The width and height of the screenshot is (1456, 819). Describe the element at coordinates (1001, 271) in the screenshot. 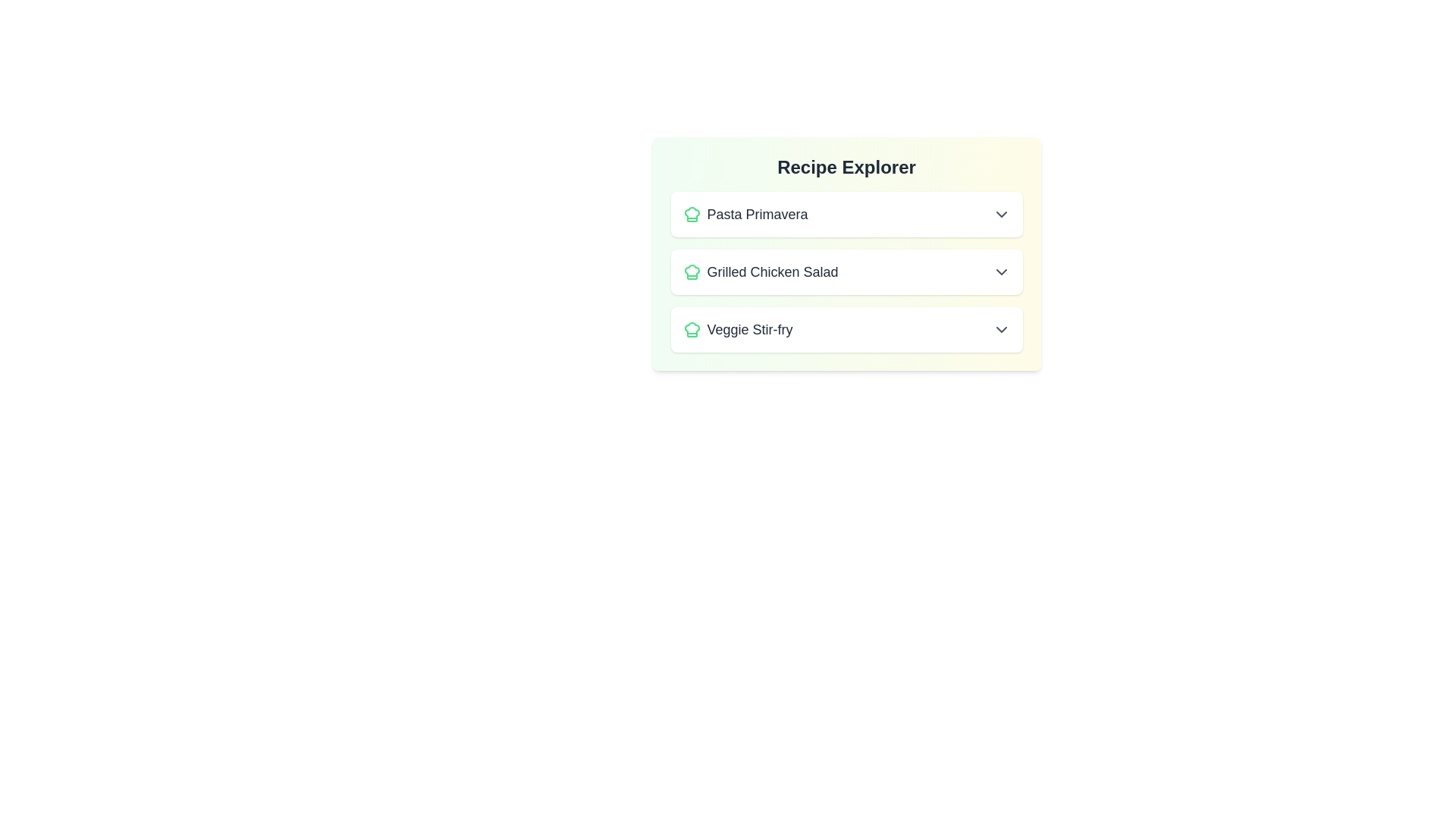

I see `dropdown button for Grilled Chicken Salad to toggle its description` at that location.